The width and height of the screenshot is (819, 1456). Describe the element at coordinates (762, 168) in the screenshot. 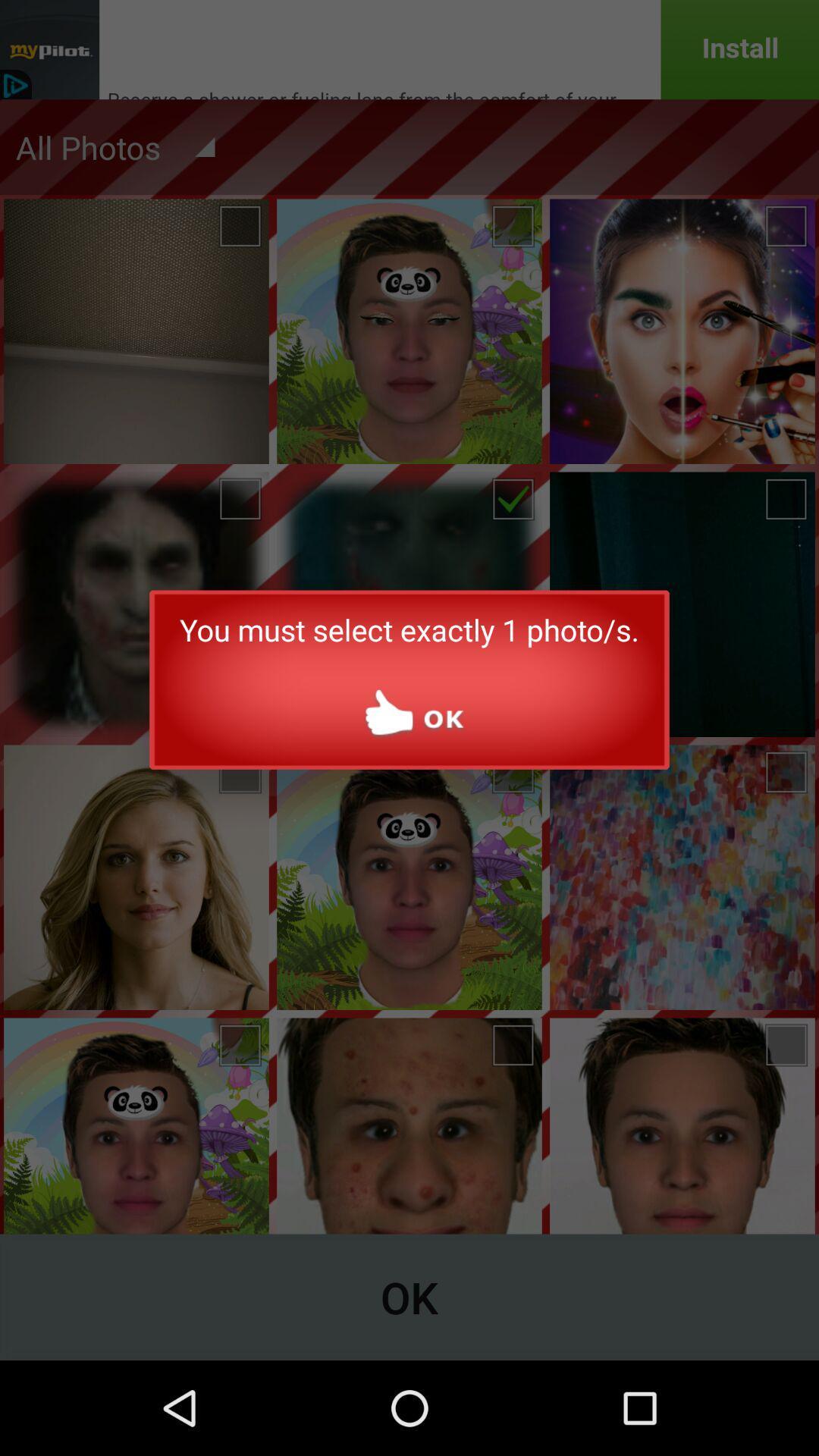

I see `the edit icon` at that location.